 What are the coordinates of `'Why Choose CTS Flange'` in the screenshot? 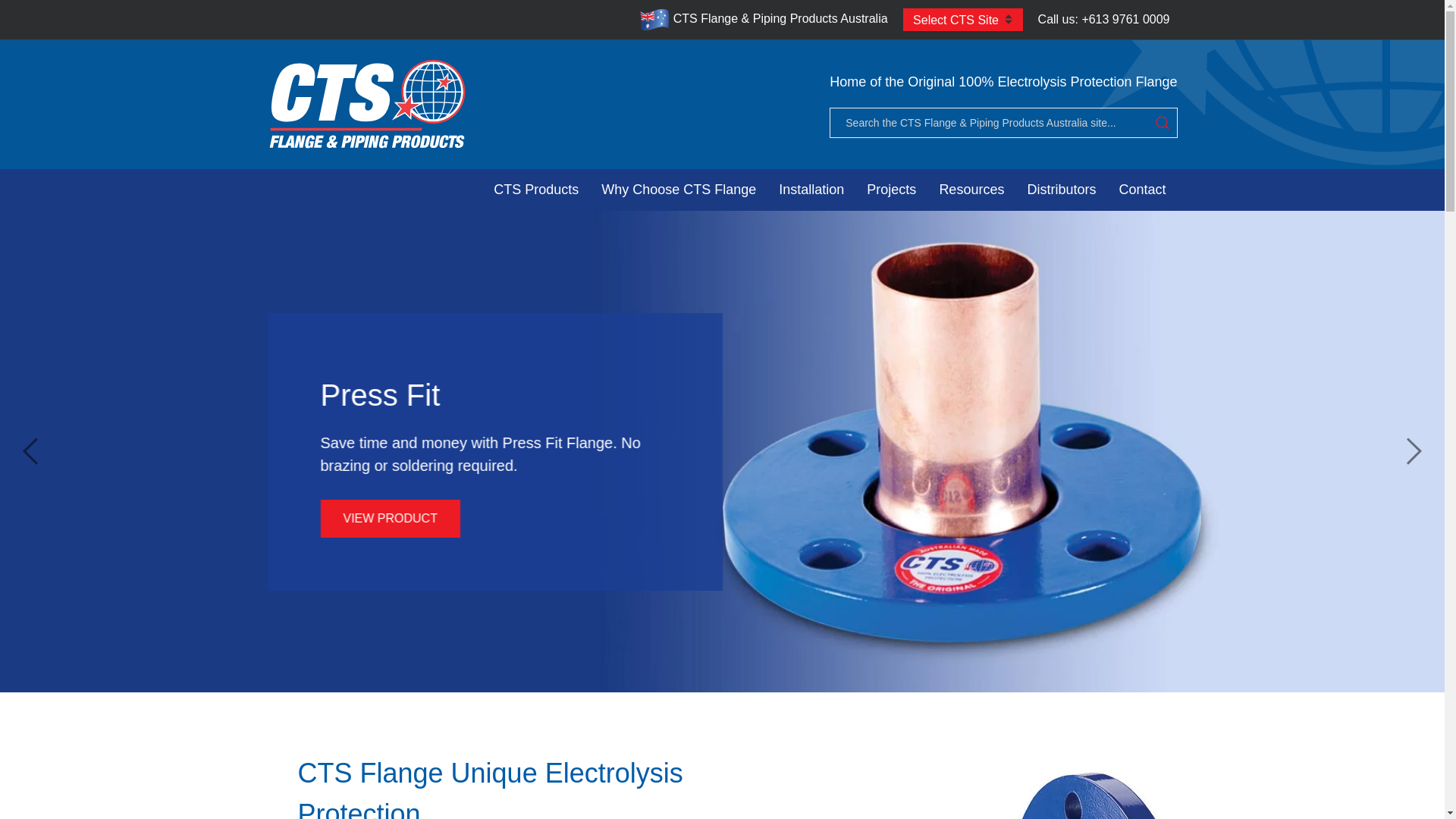 It's located at (588, 189).